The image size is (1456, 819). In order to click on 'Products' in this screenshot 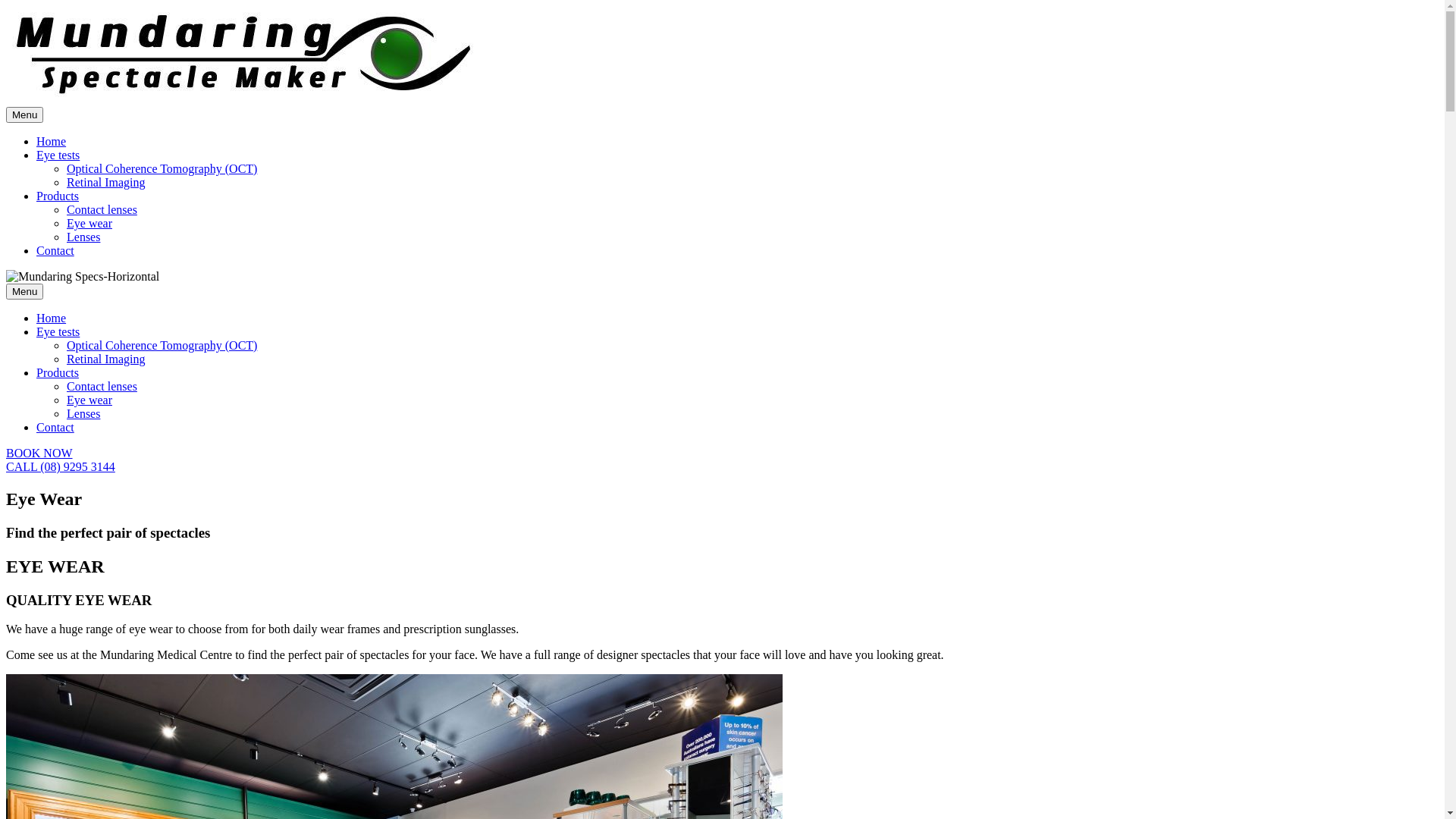, I will do `click(58, 372)`.